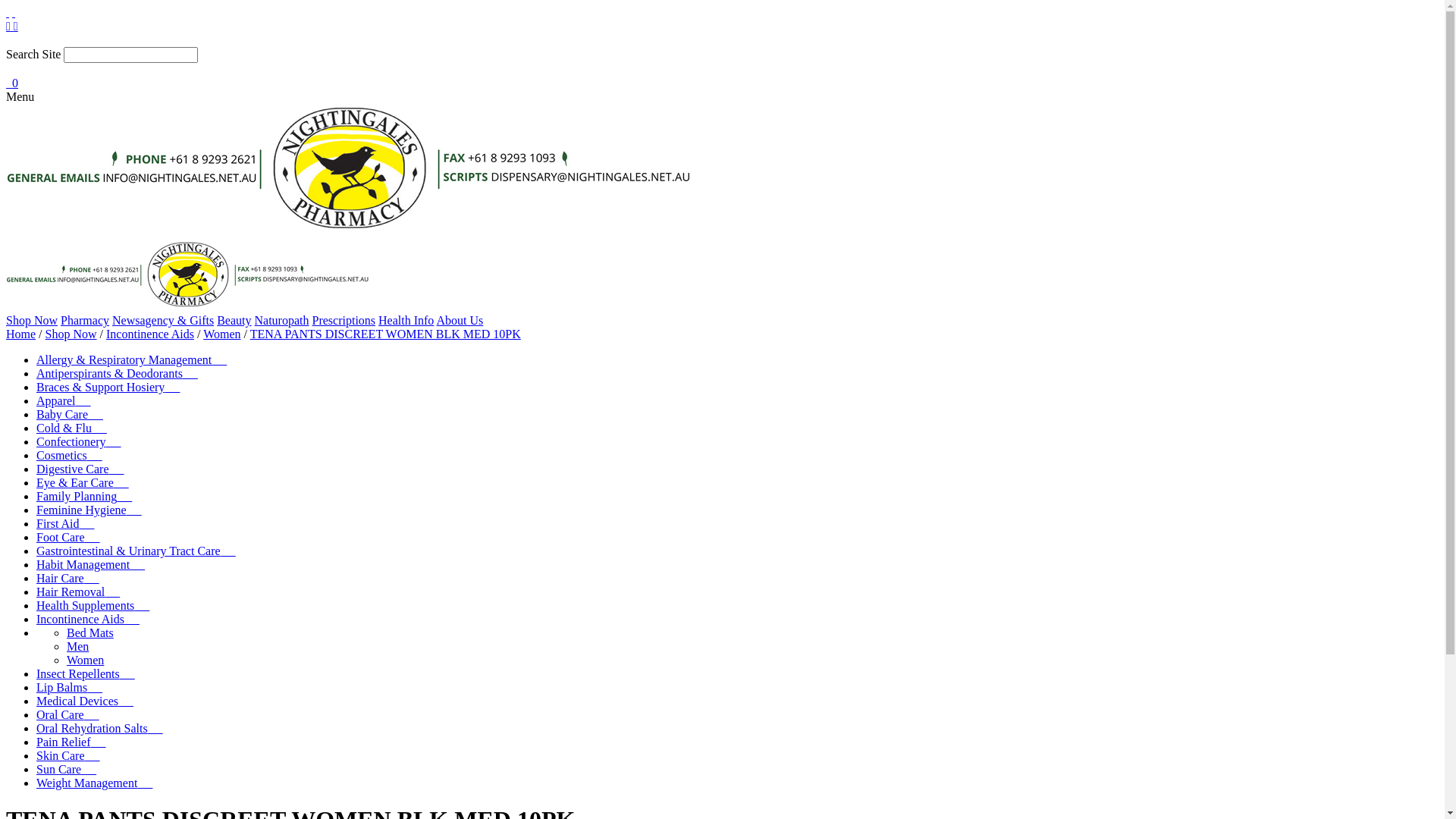 This screenshot has height=819, width=1456. What do you see at coordinates (92, 604) in the screenshot?
I see `'Health Supplements     '` at bounding box center [92, 604].